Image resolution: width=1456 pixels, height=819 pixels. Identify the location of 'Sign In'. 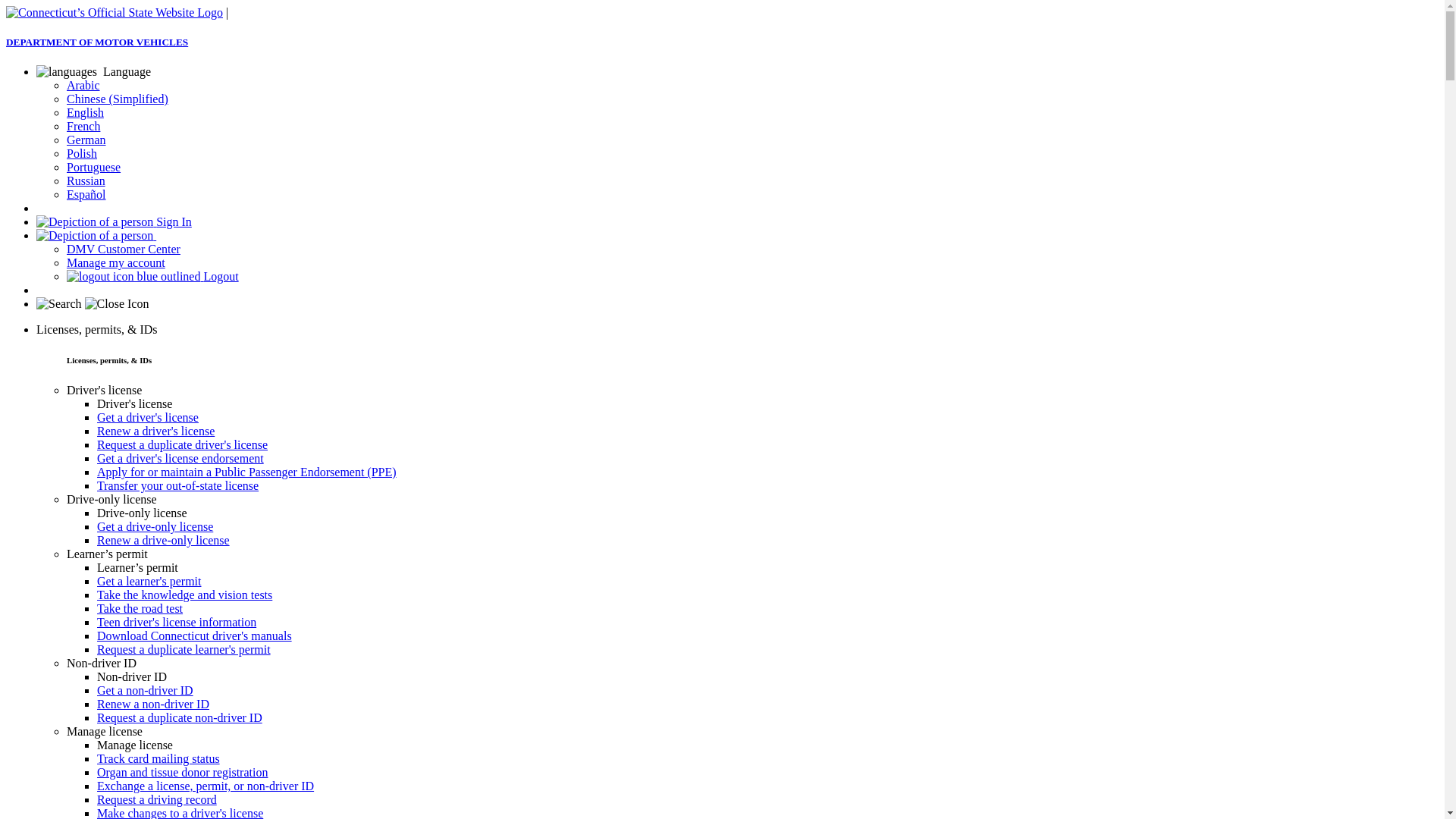
(113, 221).